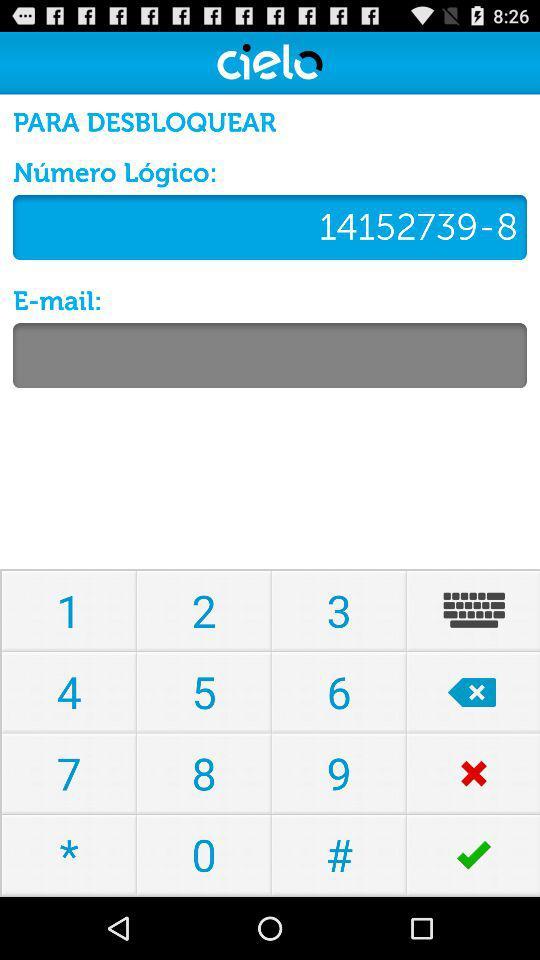  Describe the element at coordinates (270, 355) in the screenshot. I see `text entry field` at that location.